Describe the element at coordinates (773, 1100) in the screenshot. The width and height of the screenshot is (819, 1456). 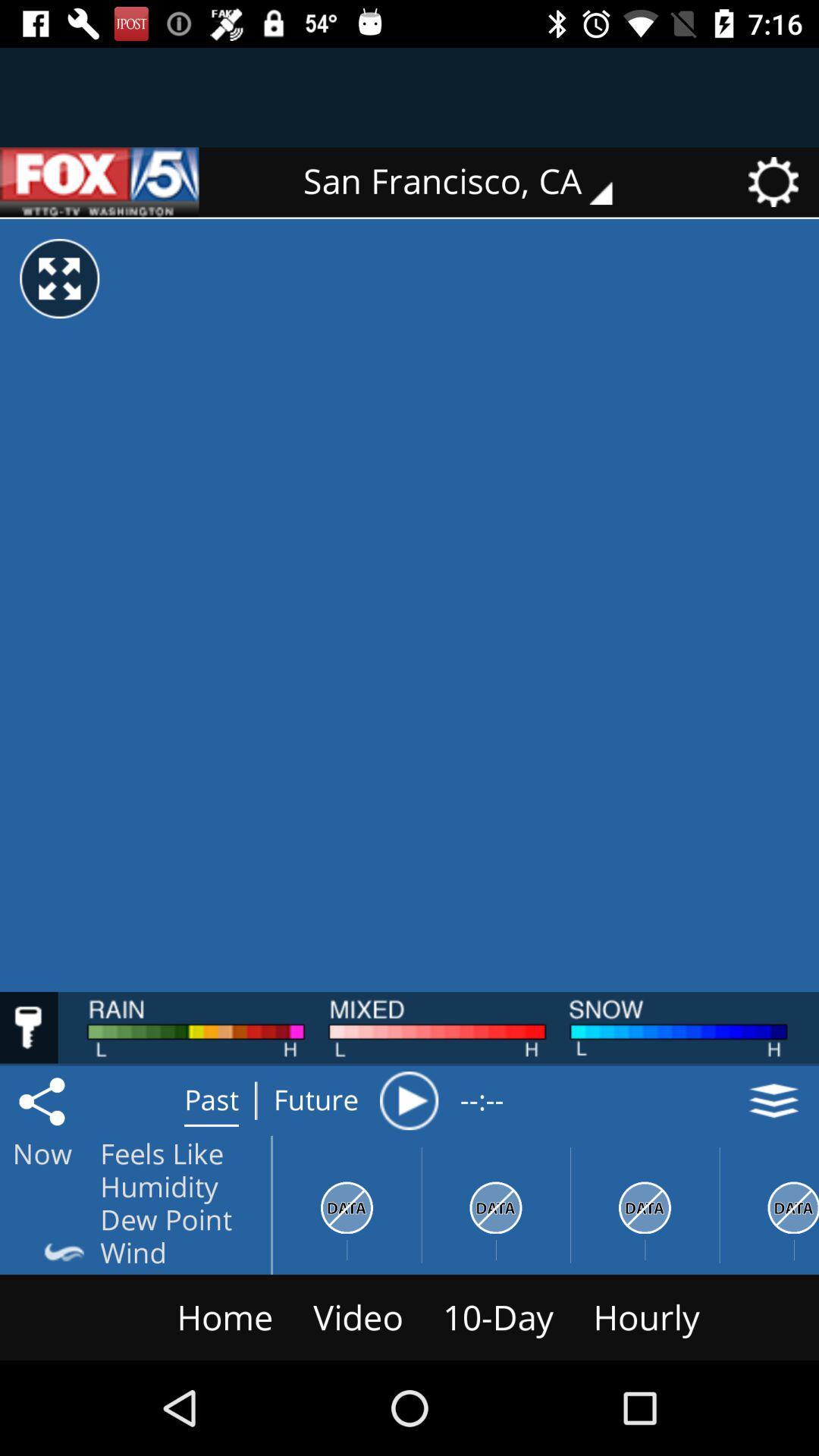
I see `the layers icon` at that location.